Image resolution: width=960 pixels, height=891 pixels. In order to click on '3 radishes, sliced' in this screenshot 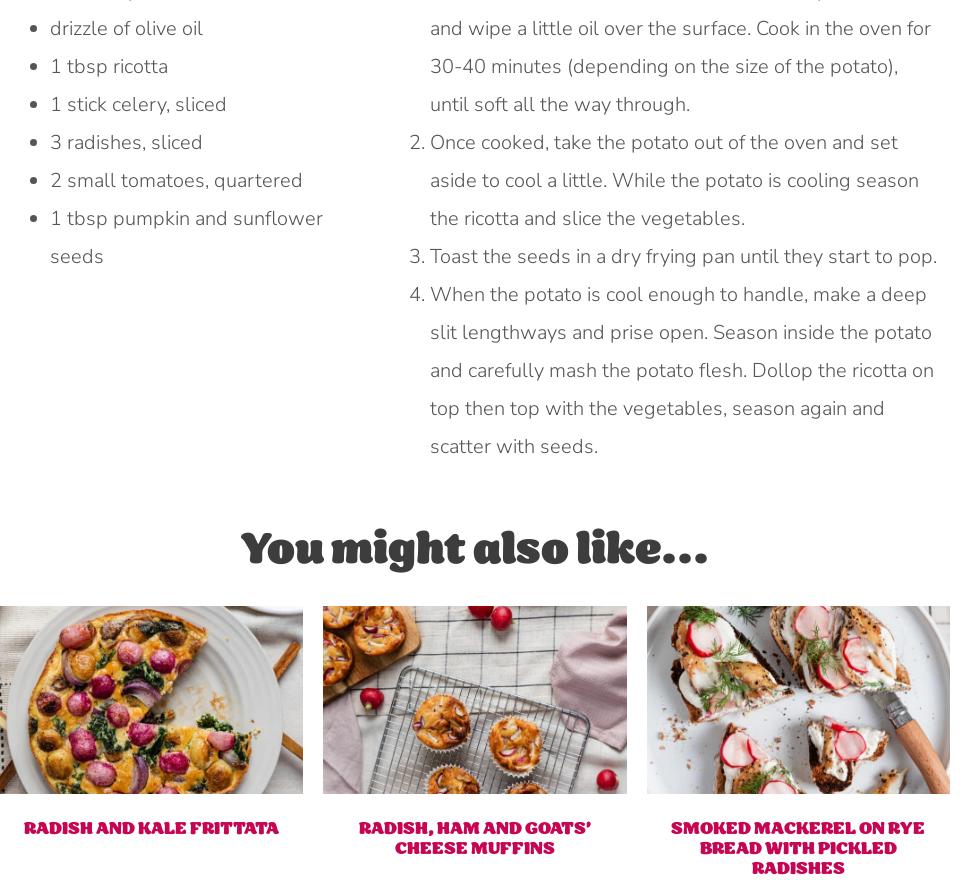, I will do `click(125, 140)`.